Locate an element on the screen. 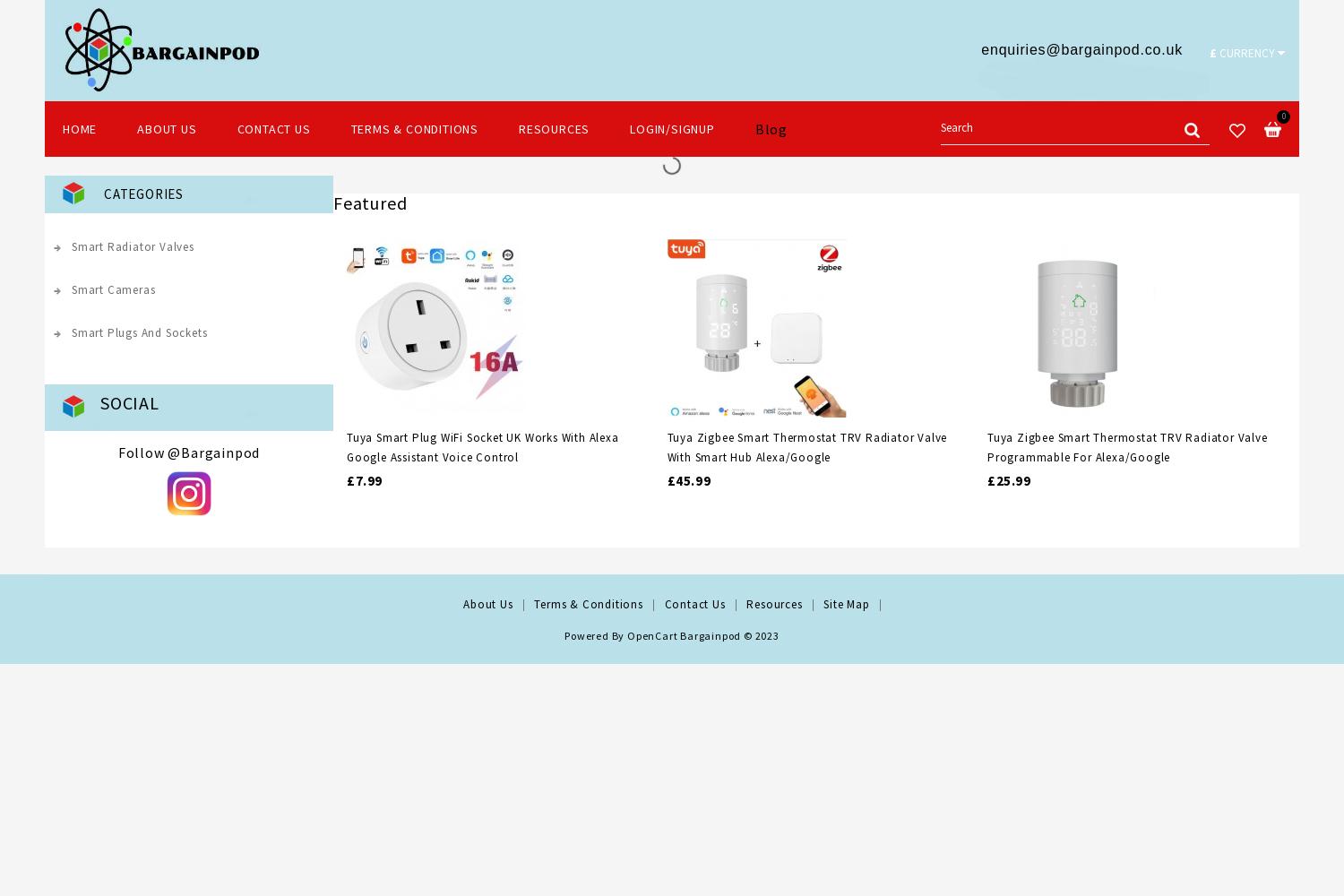 The image size is (1344, 896). 'Powered By' is located at coordinates (595, 634).